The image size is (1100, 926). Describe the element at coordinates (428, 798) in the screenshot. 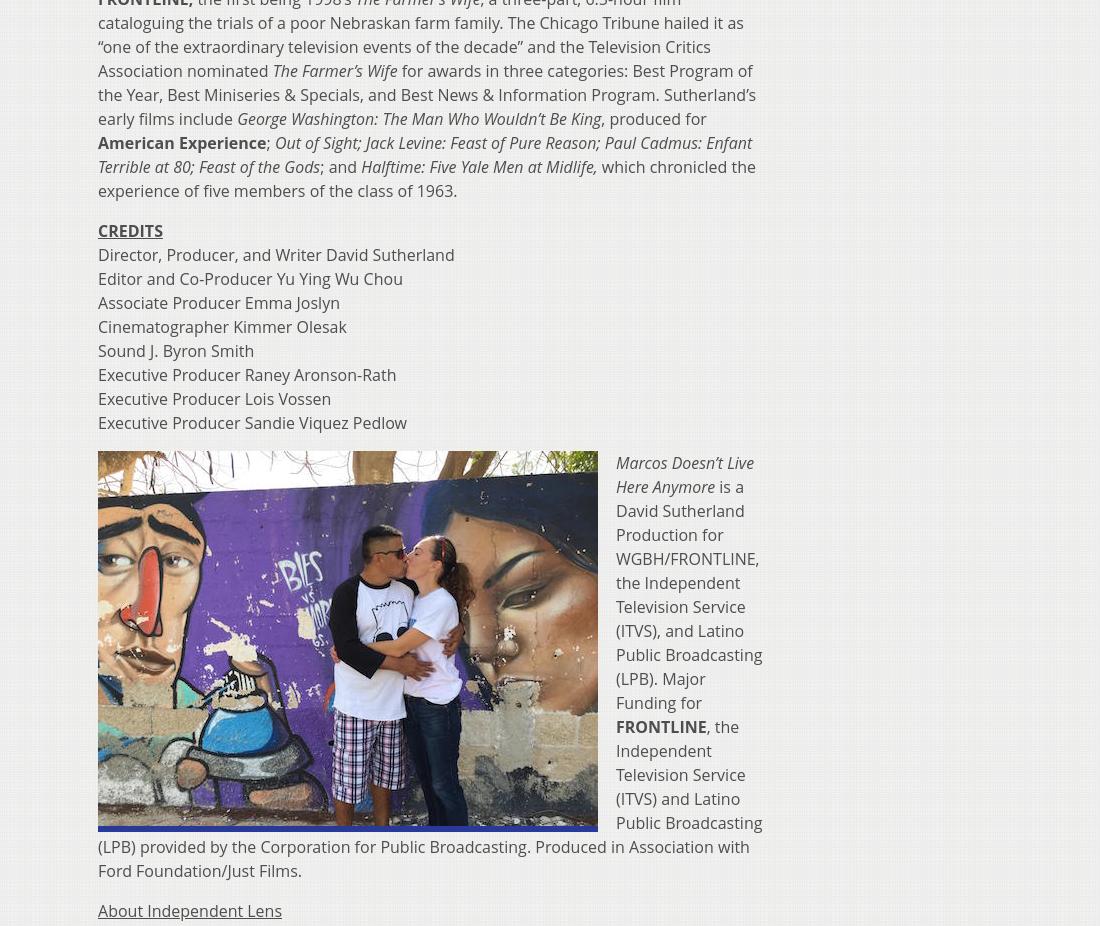

I see `', the Independent Television Service (ITVS) and Latino Public Broadcasting (LPB) provided by the Corporation for Public Broadcasting. Produced in Association with Ford Foundation/Just Films.'` at that location.